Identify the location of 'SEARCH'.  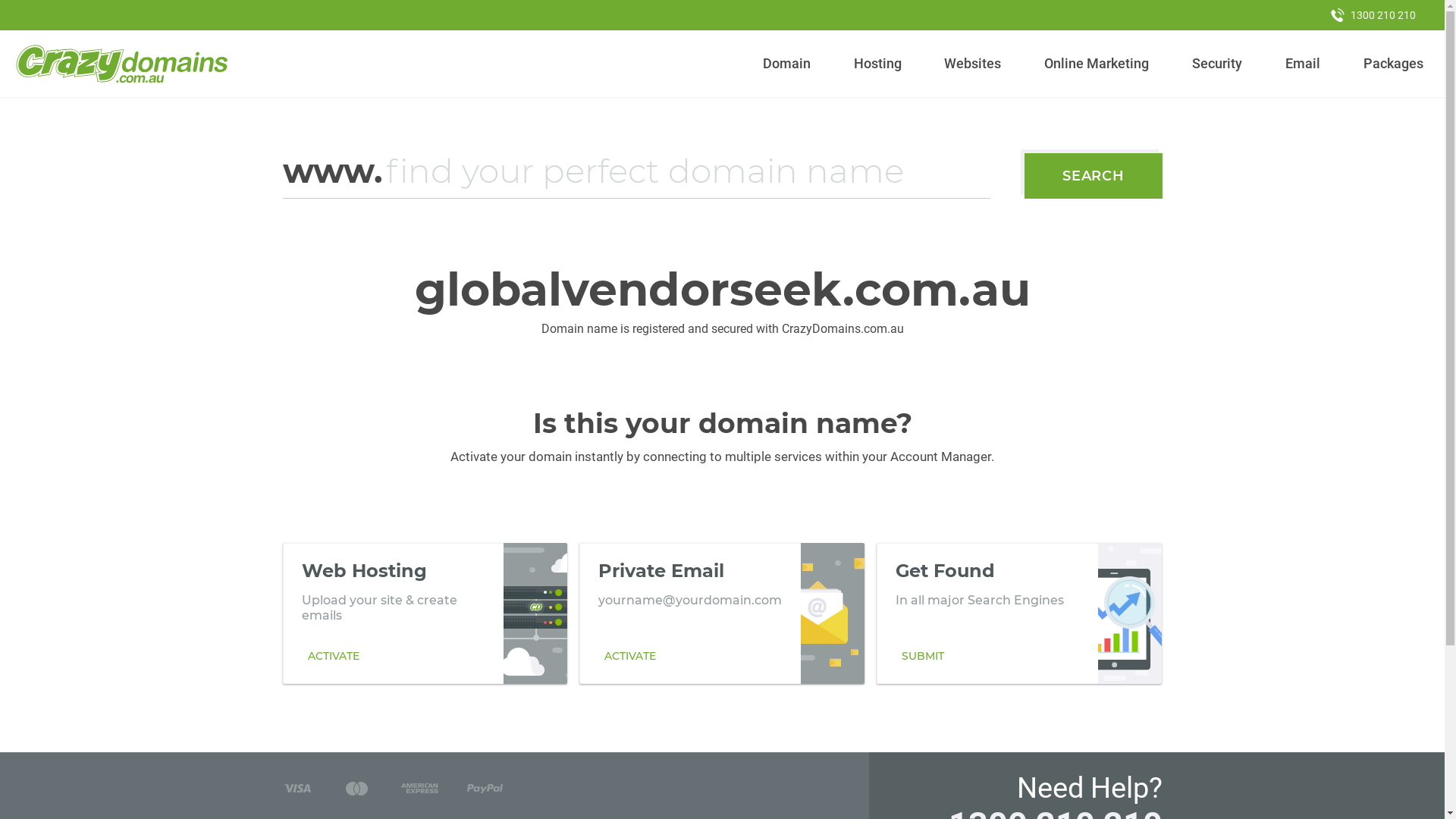
(1093, 174).